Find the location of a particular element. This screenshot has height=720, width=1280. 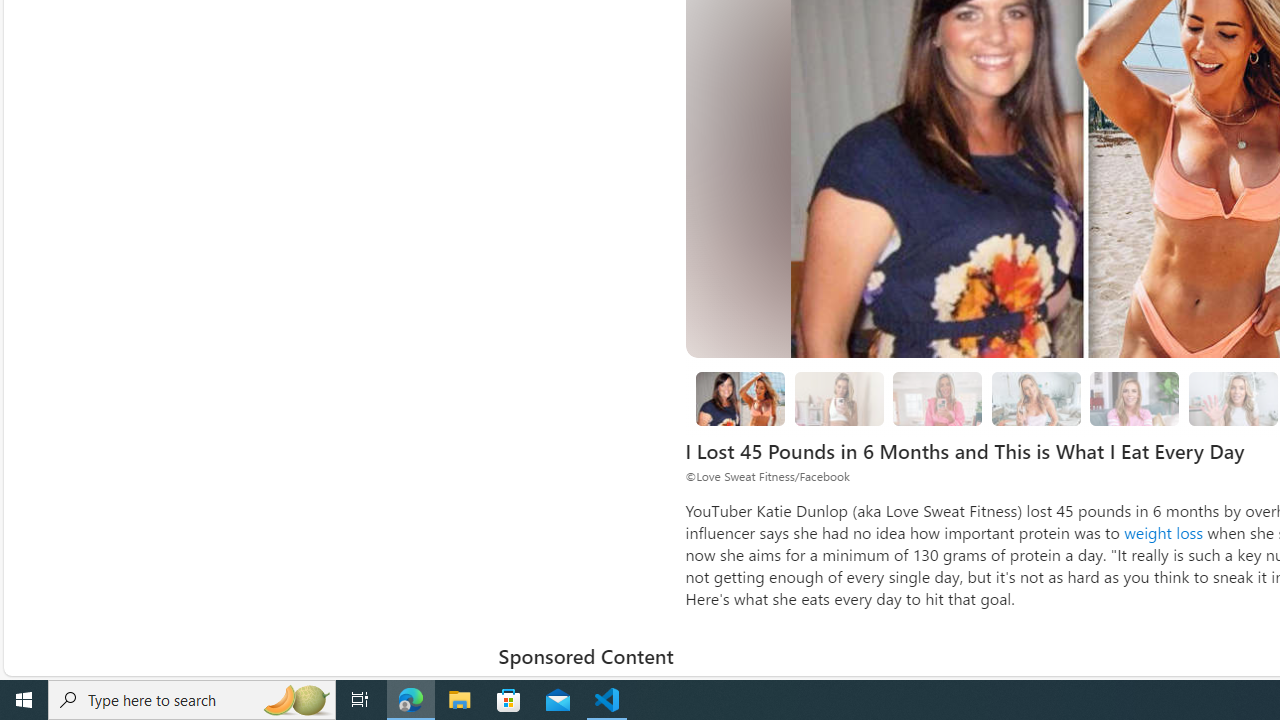

'Class: progress' is located at coordinates (1134, 395).